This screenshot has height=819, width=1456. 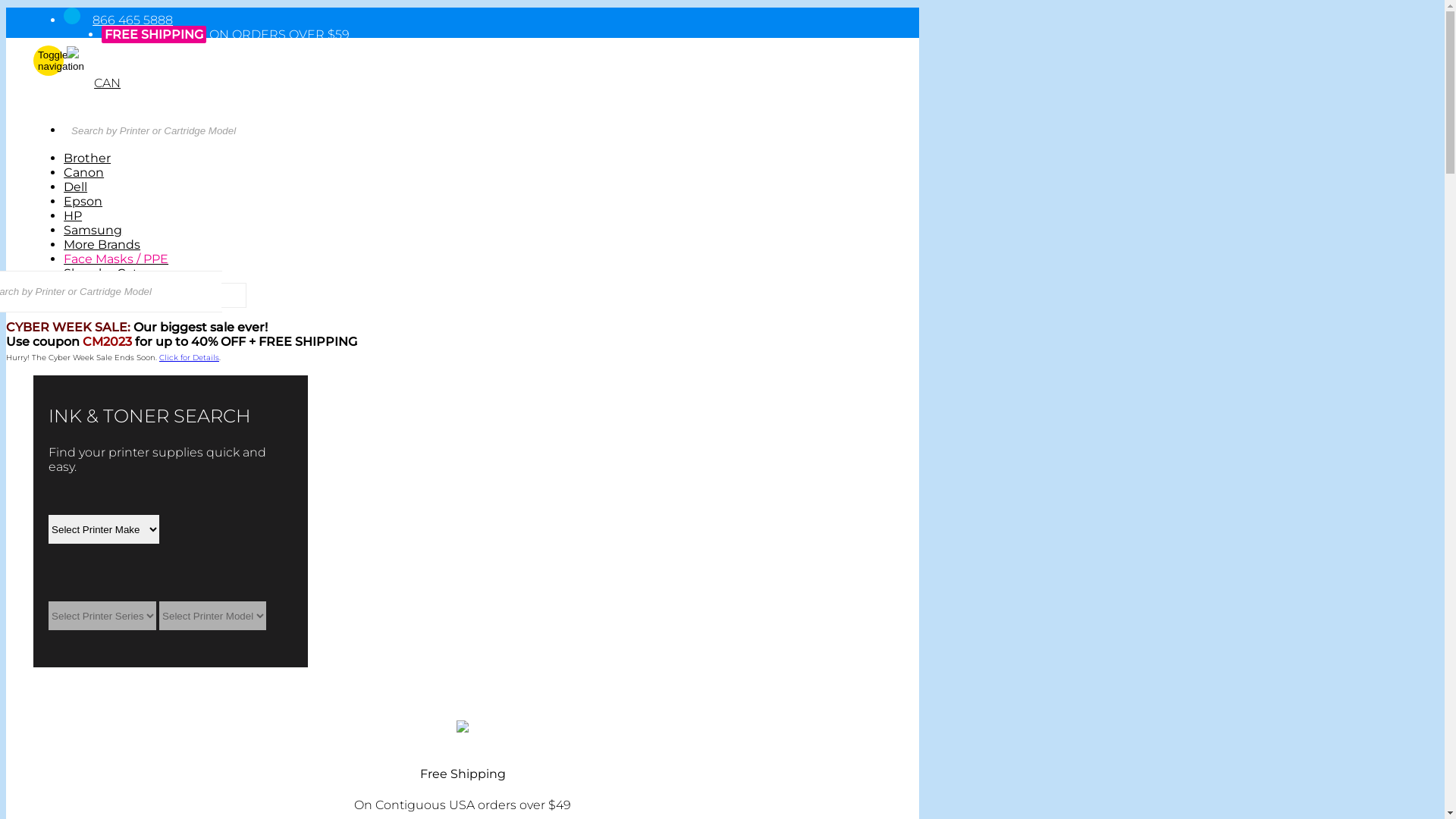 I want to click on 'Click for Details', so click(x=188, y=357).